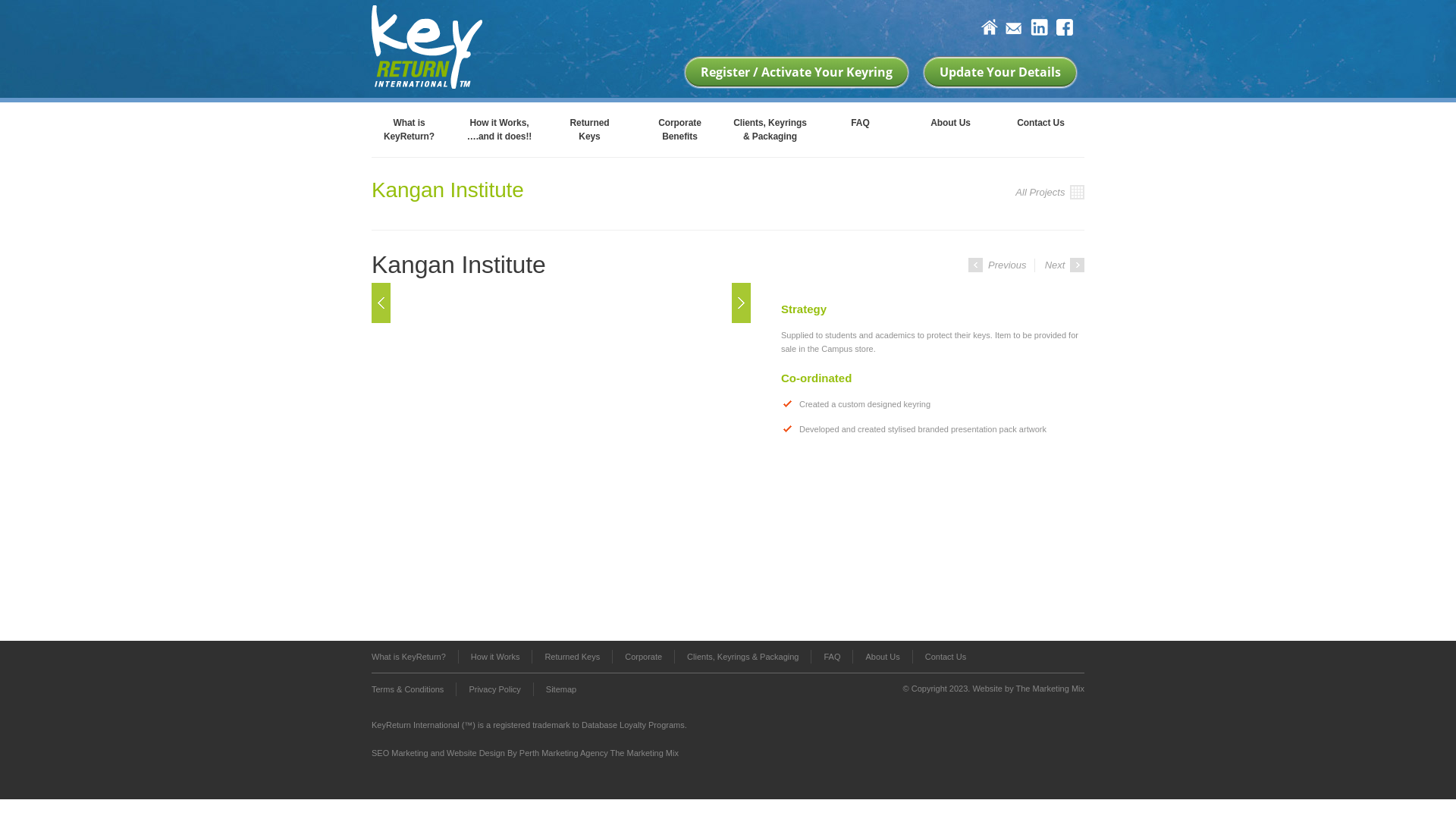  I want to click on 'Terms & Conditions', so click(371, 689).